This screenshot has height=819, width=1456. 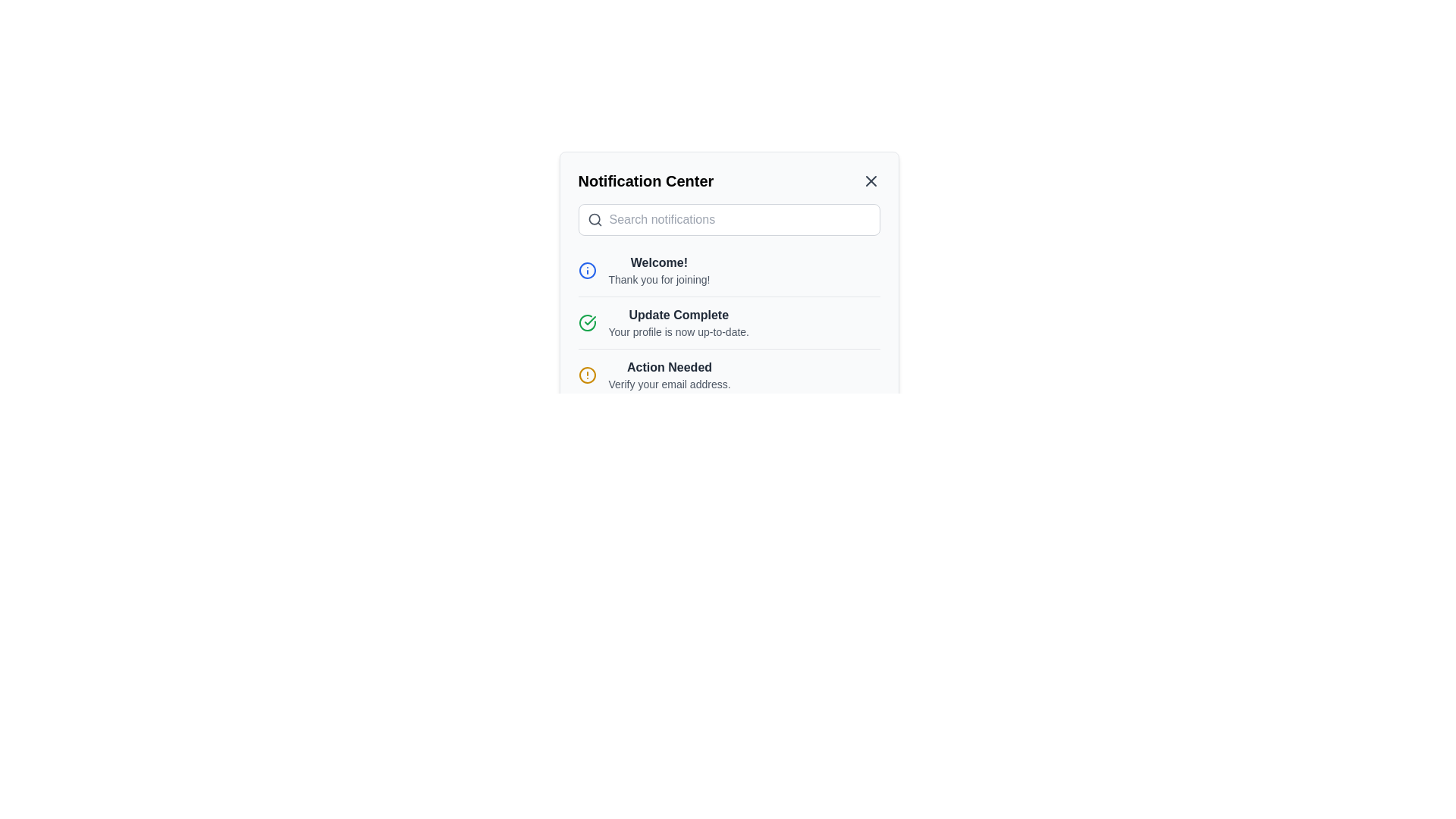 What do you see at coordinates (586, 270) in the screenshot?
I see `the information icon with a circular border and blue outline, located to the left of the greeting message 'Welcome!' in the notification card` at bounding box center [586, 270].